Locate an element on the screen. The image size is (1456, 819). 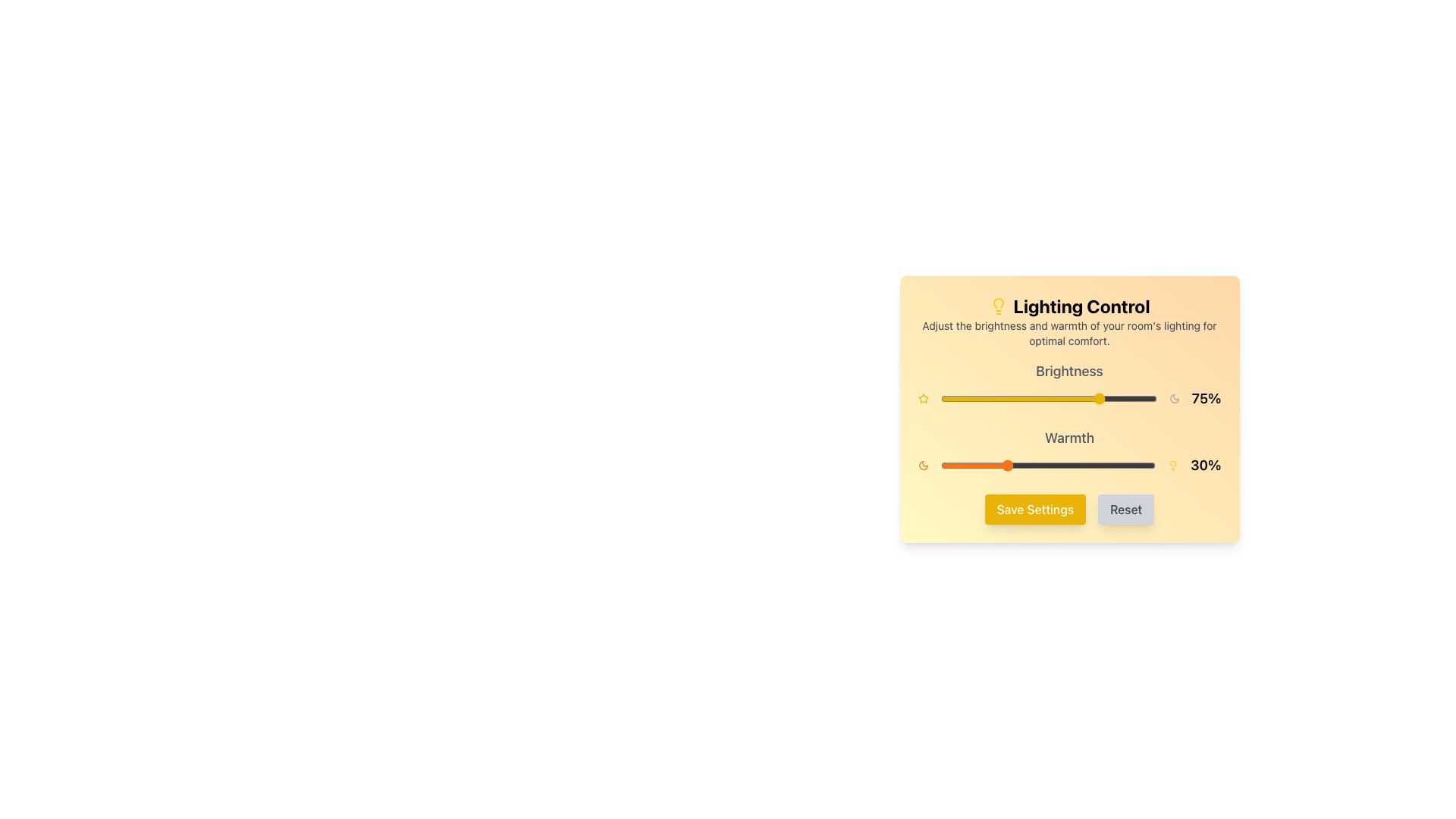
the brightness is located at coordinates (1120, 397).